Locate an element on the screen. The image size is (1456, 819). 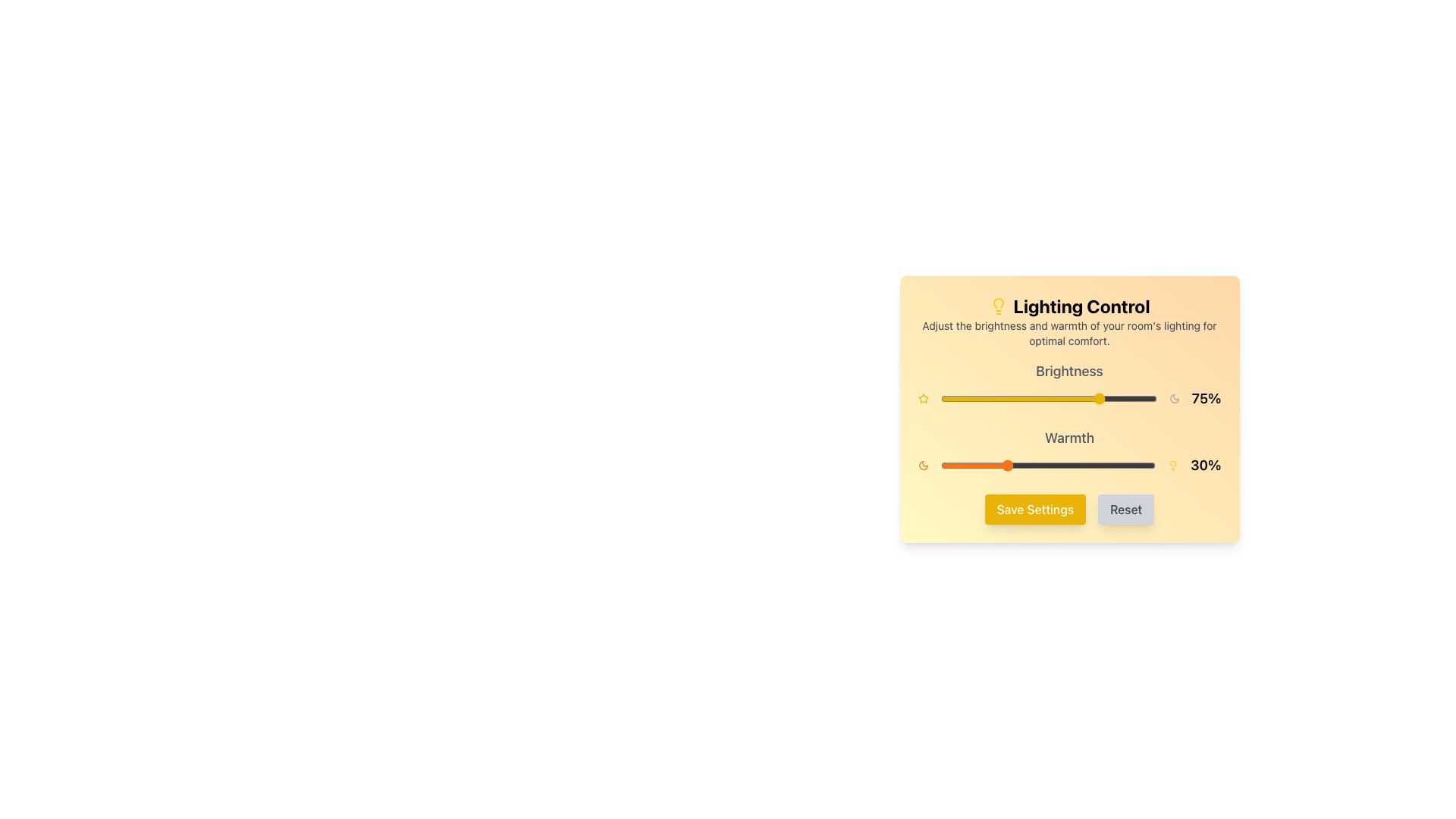
the brightness is located at coordinates (1120, 397).